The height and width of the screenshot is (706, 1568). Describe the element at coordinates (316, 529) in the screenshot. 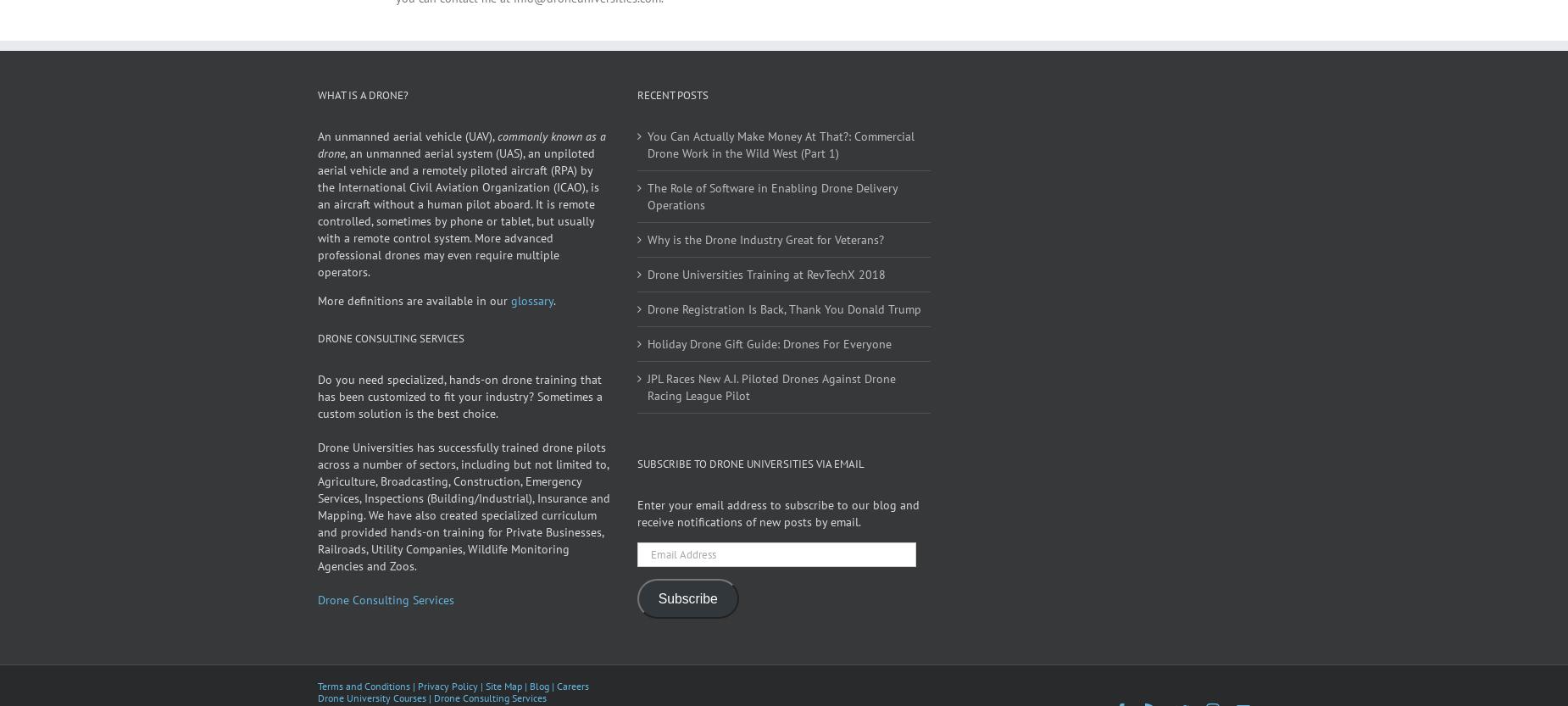

I see `'Drone Universities has successfully trained drone pilots across a number of sectors, including but not limited to, Agriculture, Broadcasting, Construction, Emergency Services, Inspections (Building/Industrial), Insurance and Mapping. We have also created specialized curriculum and provided hands-on training for Private Businesses, Railroads, Utility Companies, Wildlife Monitoring Agencies and Zoos.'` at that location.